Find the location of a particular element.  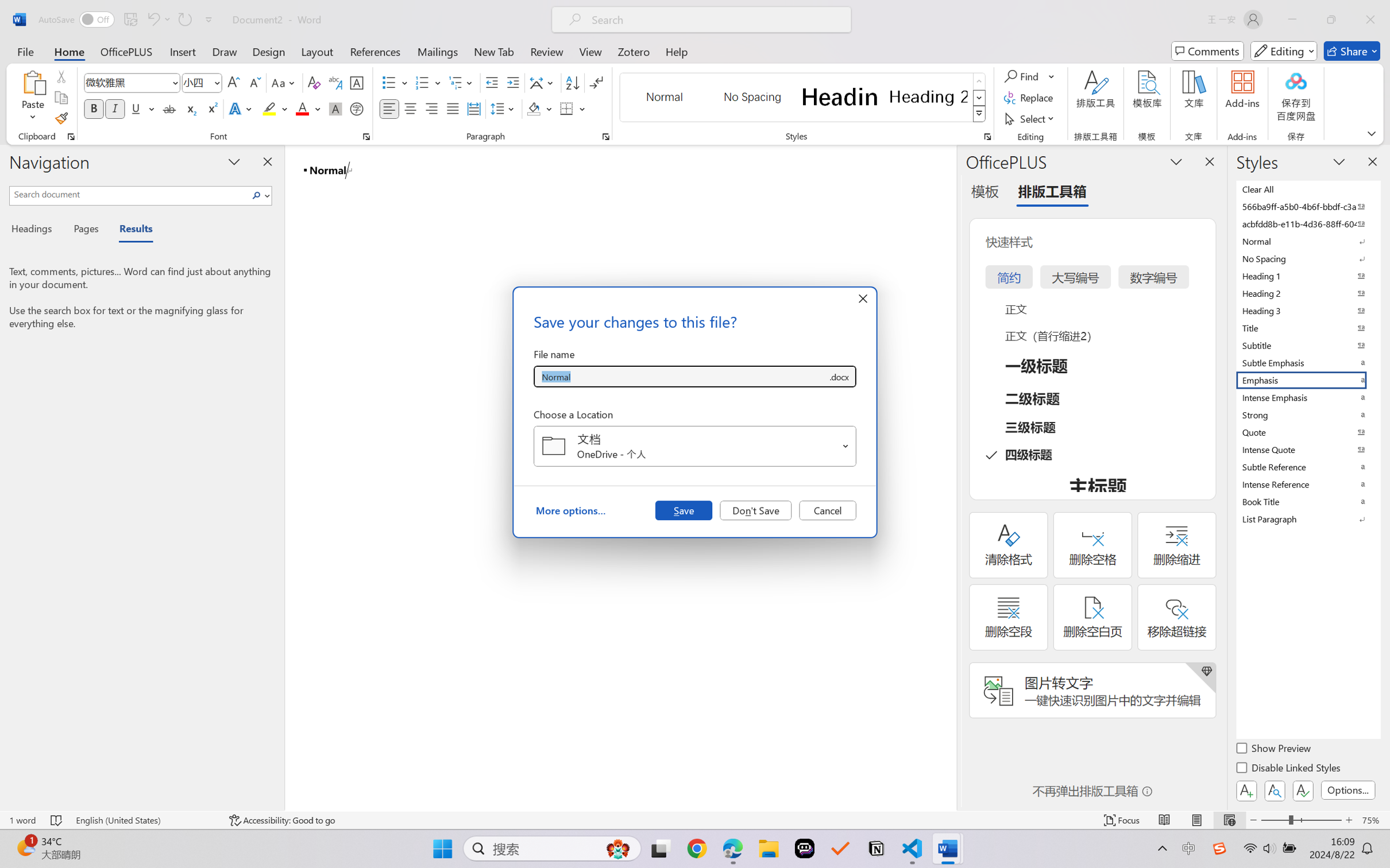

'Options...' is located at coordinates (1346, 789).